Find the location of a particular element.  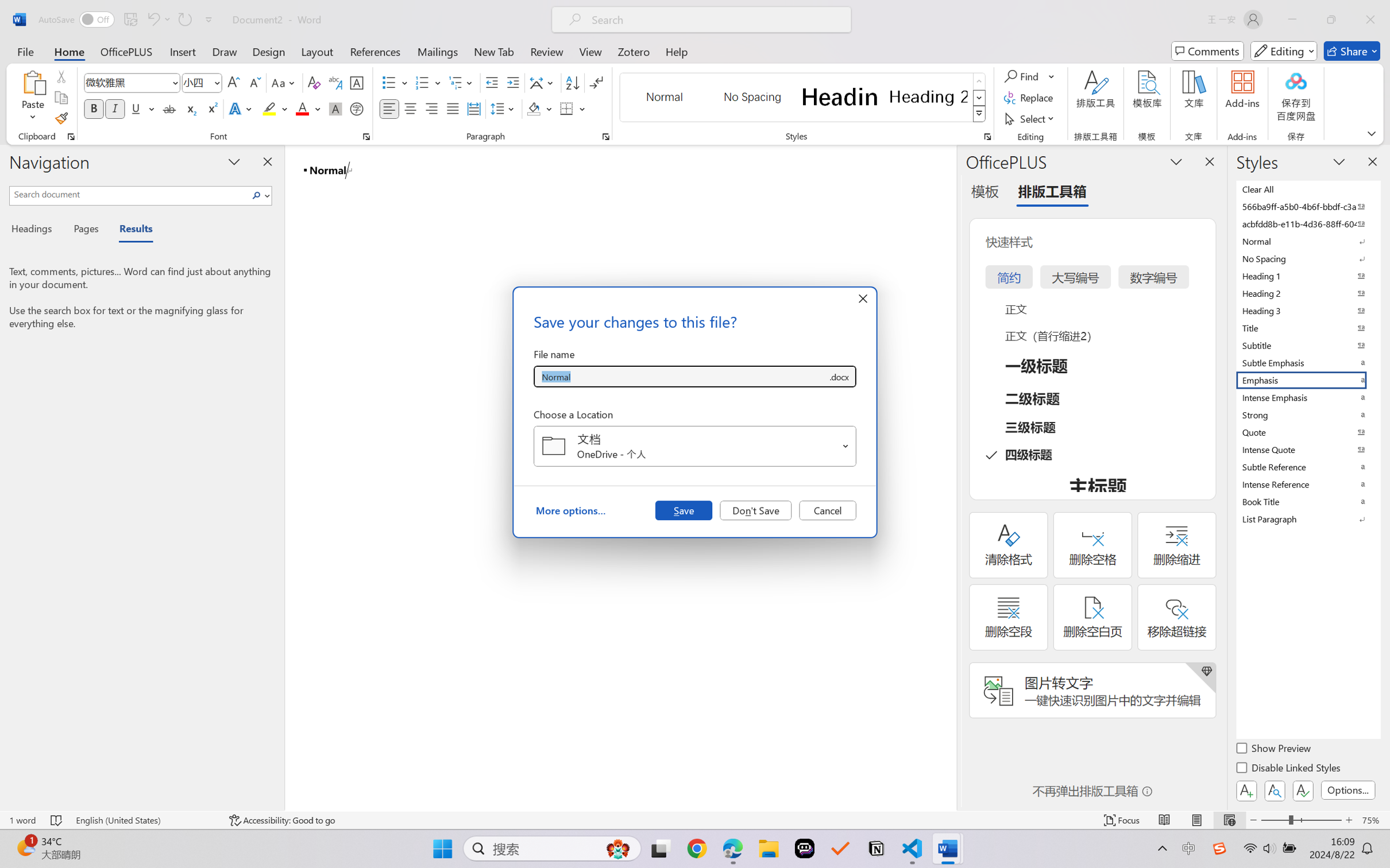

'Options...' is located at coordinates (1346, 789).